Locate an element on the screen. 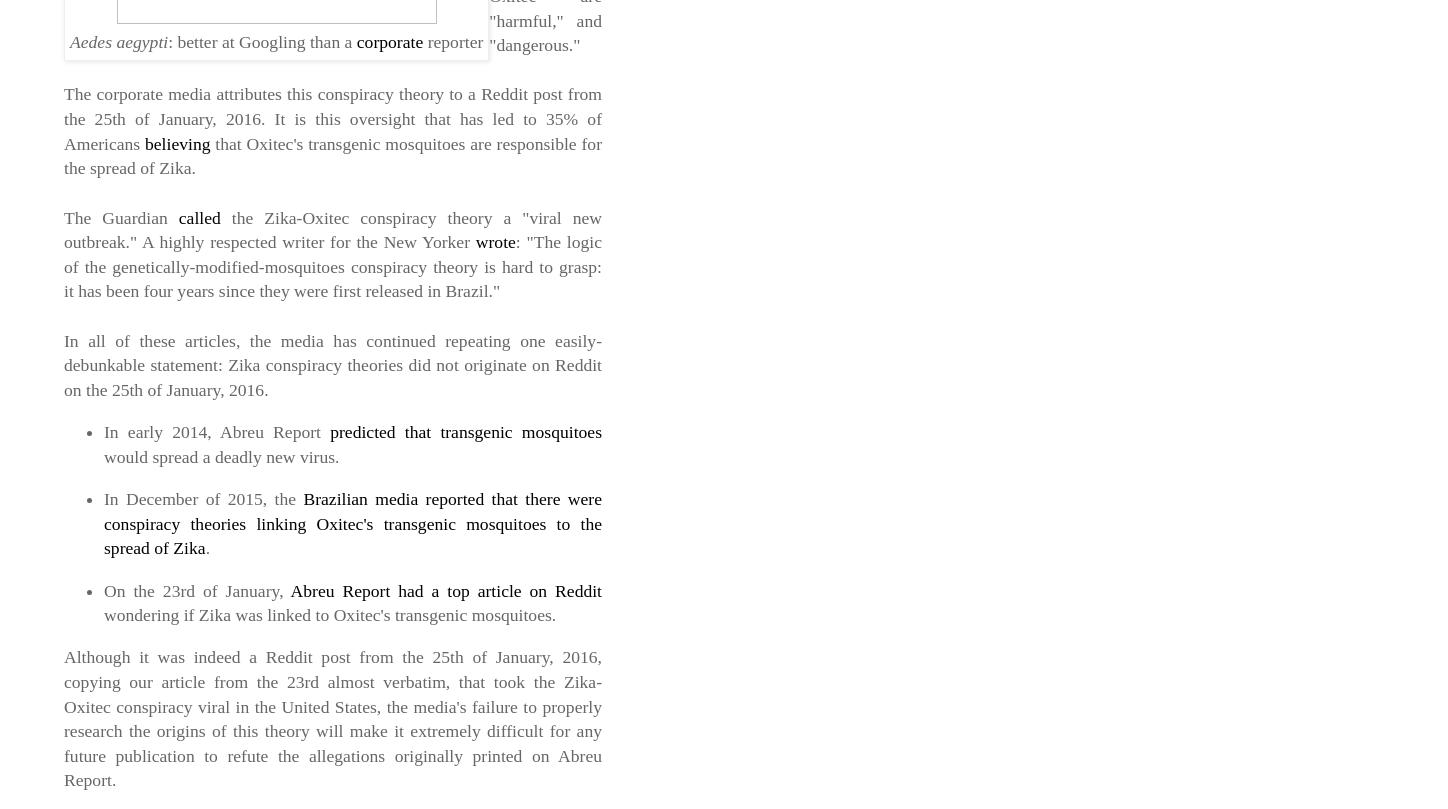 The width and height of the screenshot is (1448, 809). 'The corporate media attributes this conspiracy theory to a Reddit post 
from the 25th of January, 2016. It is this oversight that has led to 35% of 
Americans' is located at coordinates (64, 118).